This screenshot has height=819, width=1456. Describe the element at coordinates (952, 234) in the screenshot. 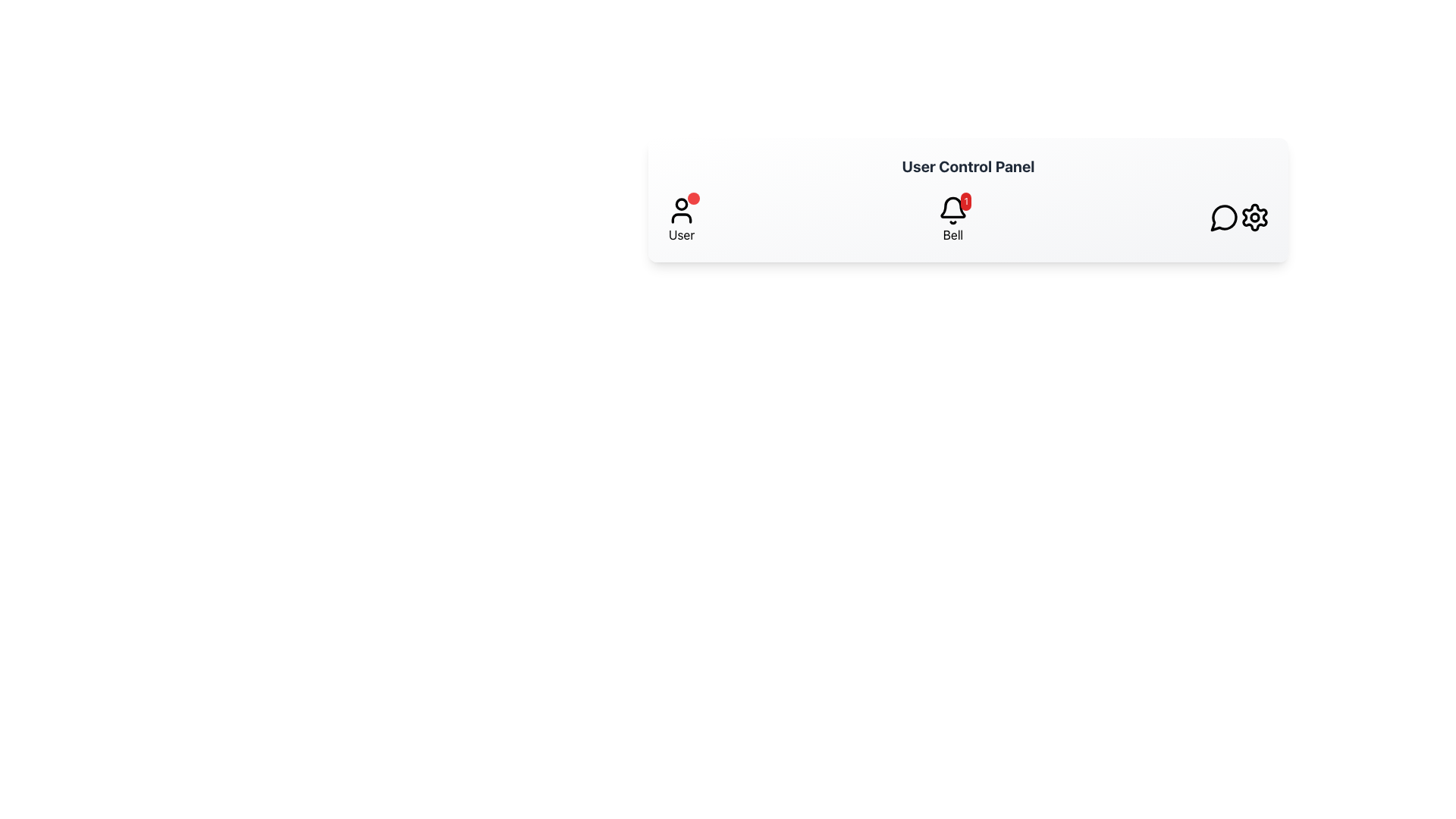

I see `the text label that describes the bell icon, located at the center of the horizontal navigation bar in the top section of the interface` at that location.